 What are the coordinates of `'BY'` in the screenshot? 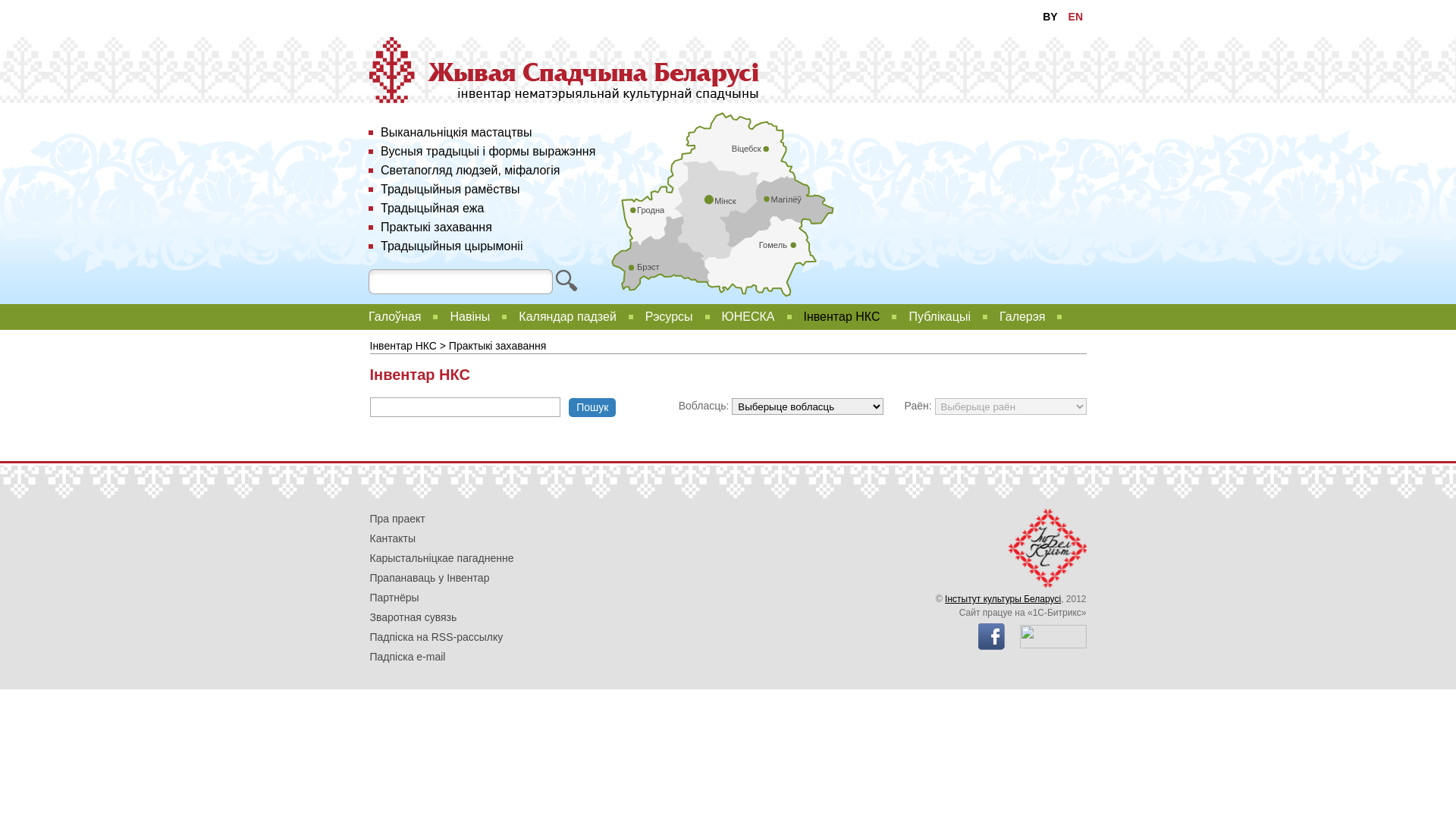 It's located at (1049, 17).